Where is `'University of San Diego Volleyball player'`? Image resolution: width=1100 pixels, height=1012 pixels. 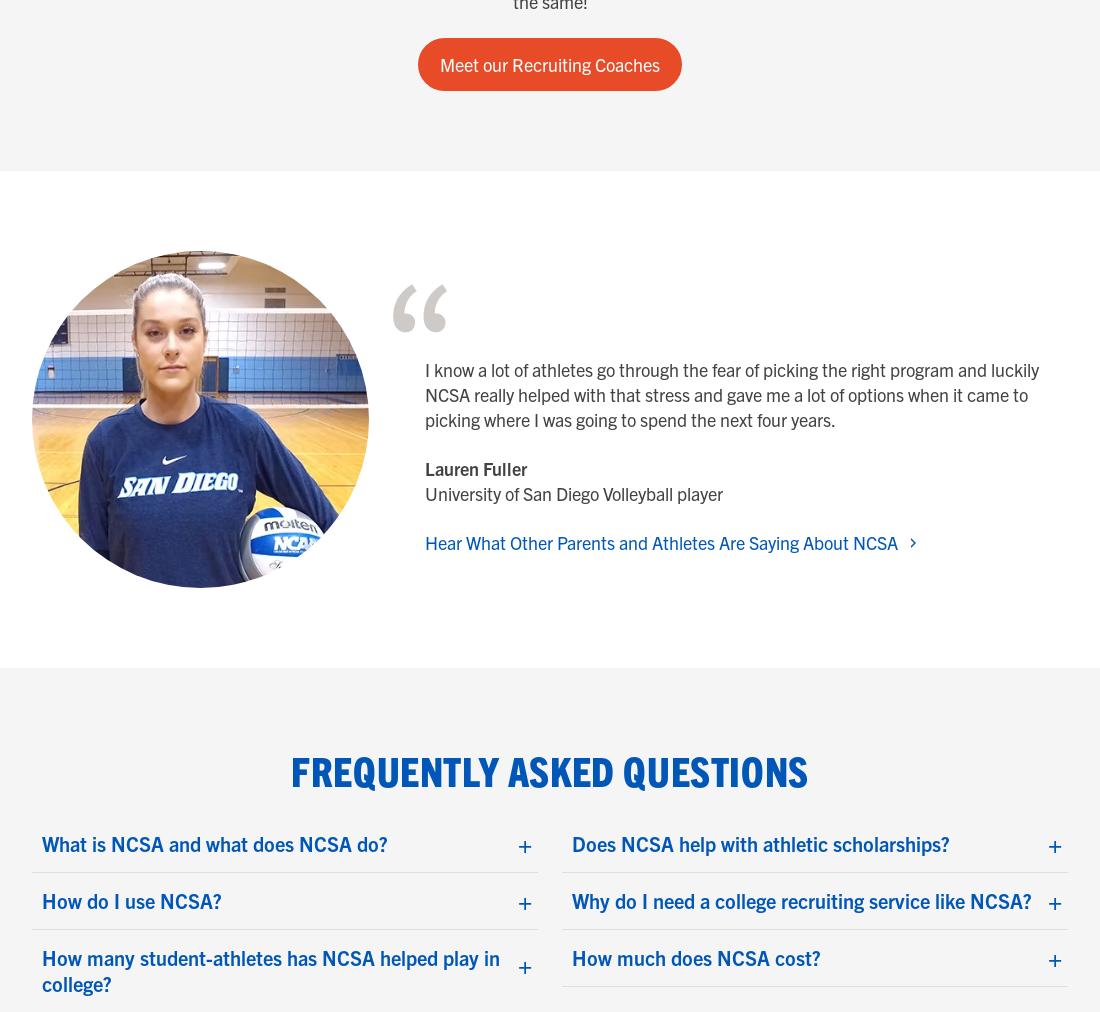
'University of San Diego Volleyball player' is located at coordinates (572, 493).